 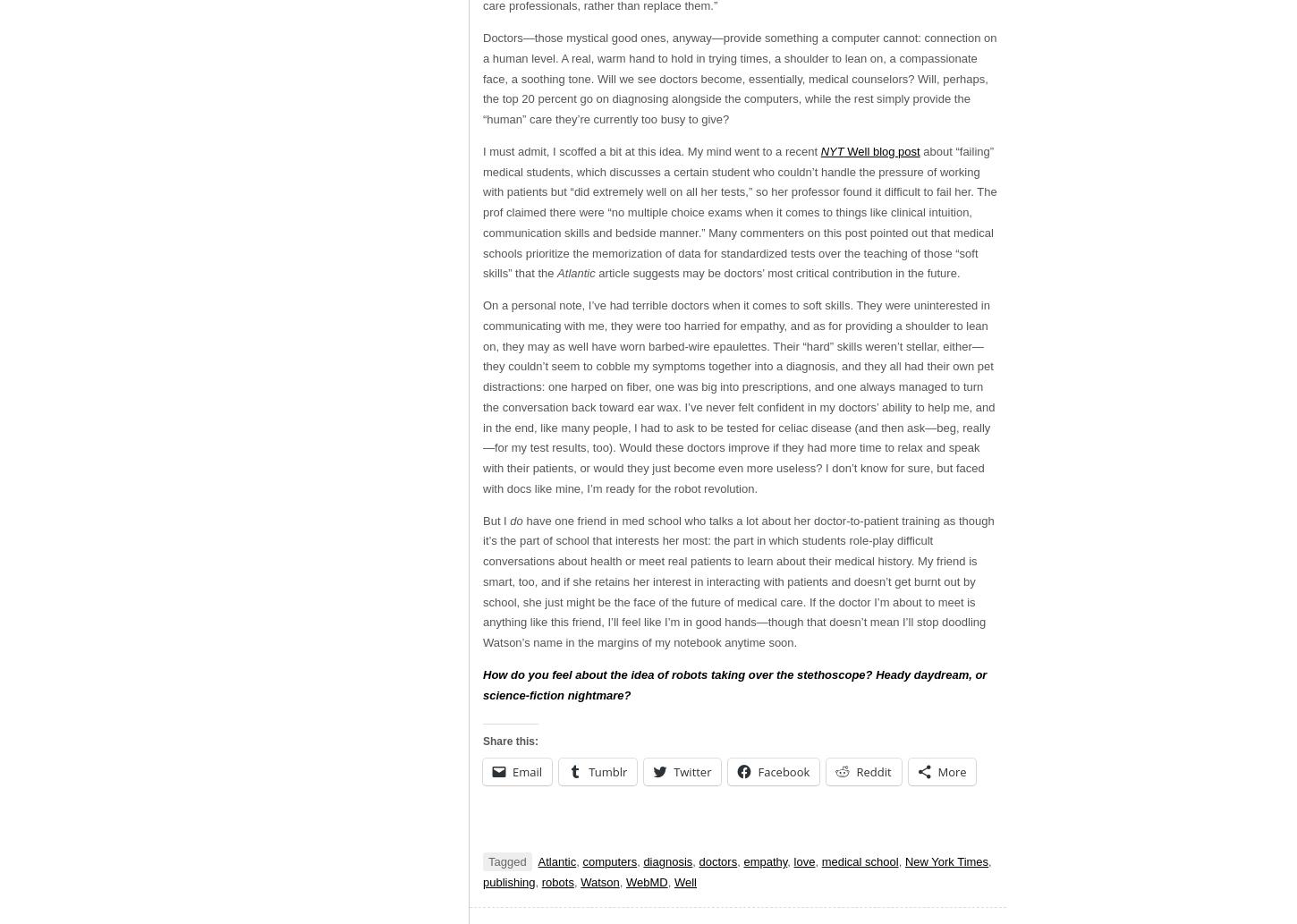 What do you see at coordinates (513, 770) in the screenshot?
I see `'Email'` at bounding box center [513, 770].